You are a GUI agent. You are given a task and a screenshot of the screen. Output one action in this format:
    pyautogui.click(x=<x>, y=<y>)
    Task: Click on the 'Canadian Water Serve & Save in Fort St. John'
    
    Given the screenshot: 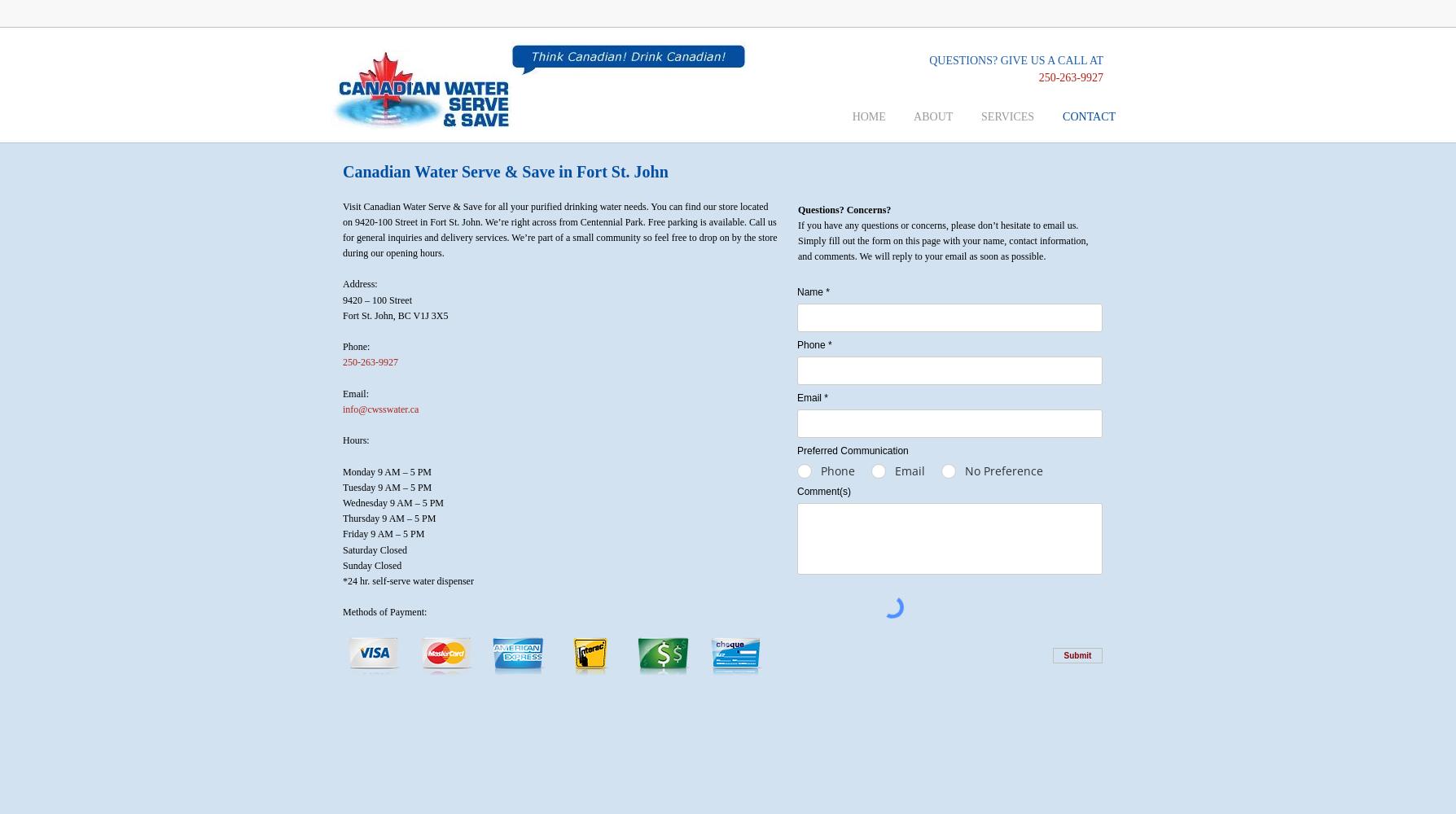 What is the action you would take?
    pyautogui.click(x=505, y=170)
    